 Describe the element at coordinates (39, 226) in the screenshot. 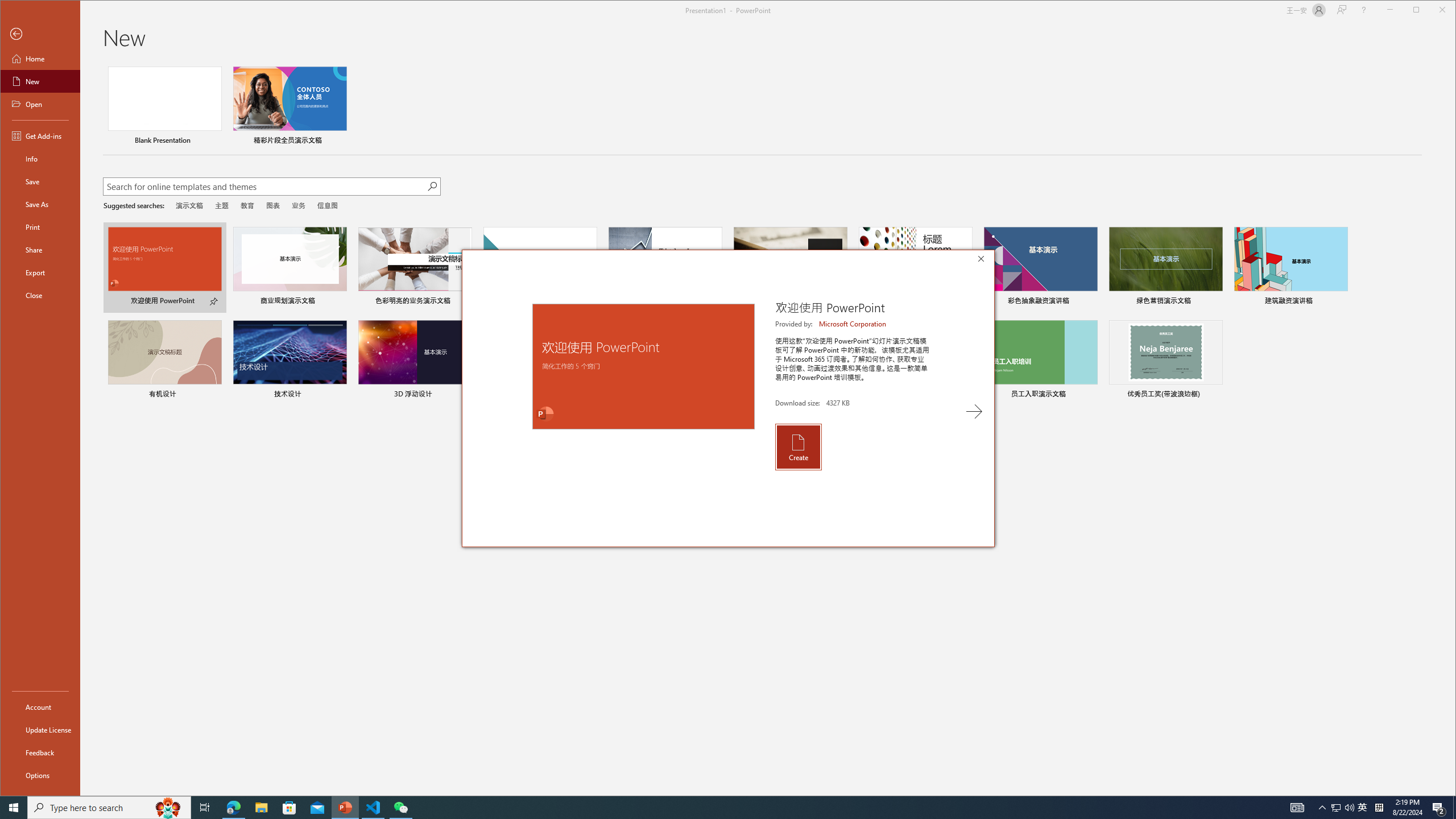

I see `'Print'` at that location.